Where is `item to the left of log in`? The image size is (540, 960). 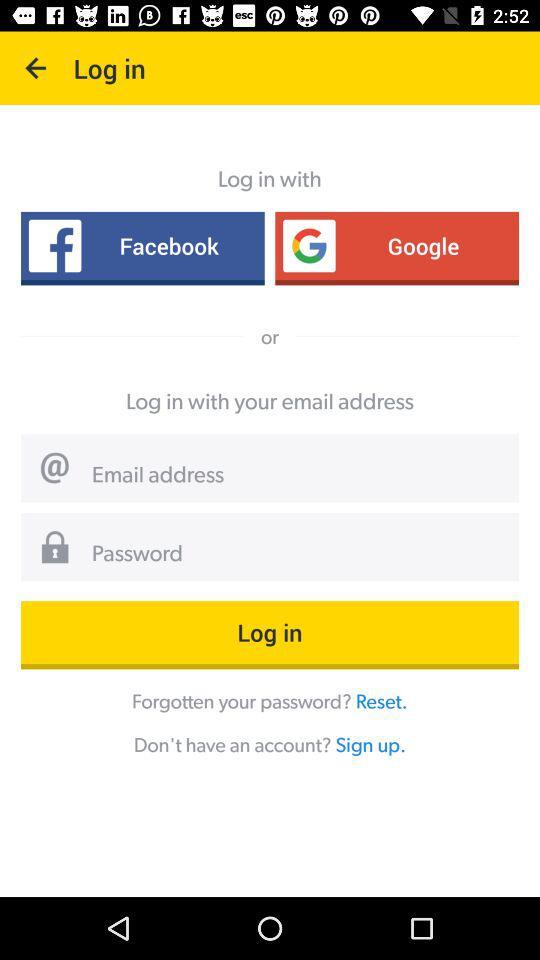 item to the left of log in is located at coordinates (36, 68).